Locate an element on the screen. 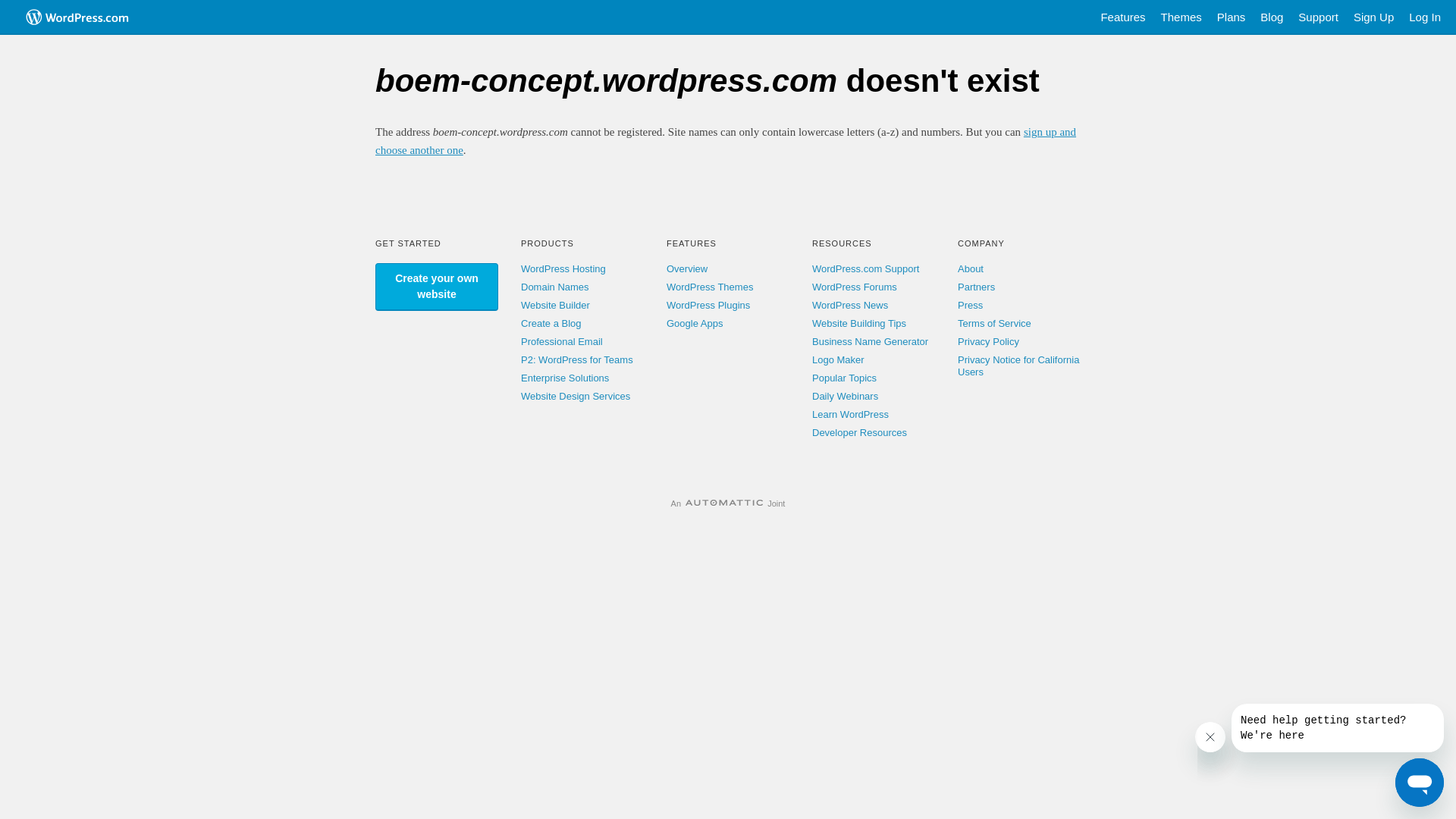 The image size is (1456, 819). 'P2: WordPress for Teams' is located at coordinates (576, 359).